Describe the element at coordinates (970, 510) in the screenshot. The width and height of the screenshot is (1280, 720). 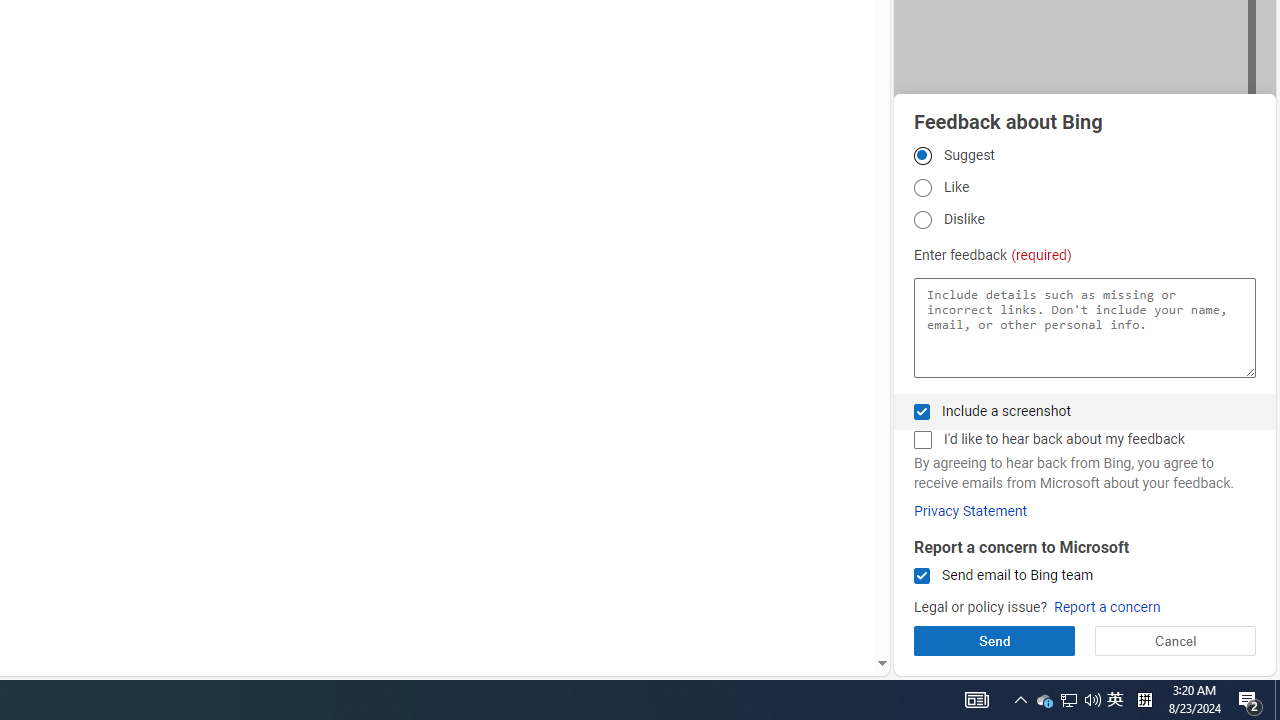
I see `'Privacy Statement'` at that location.